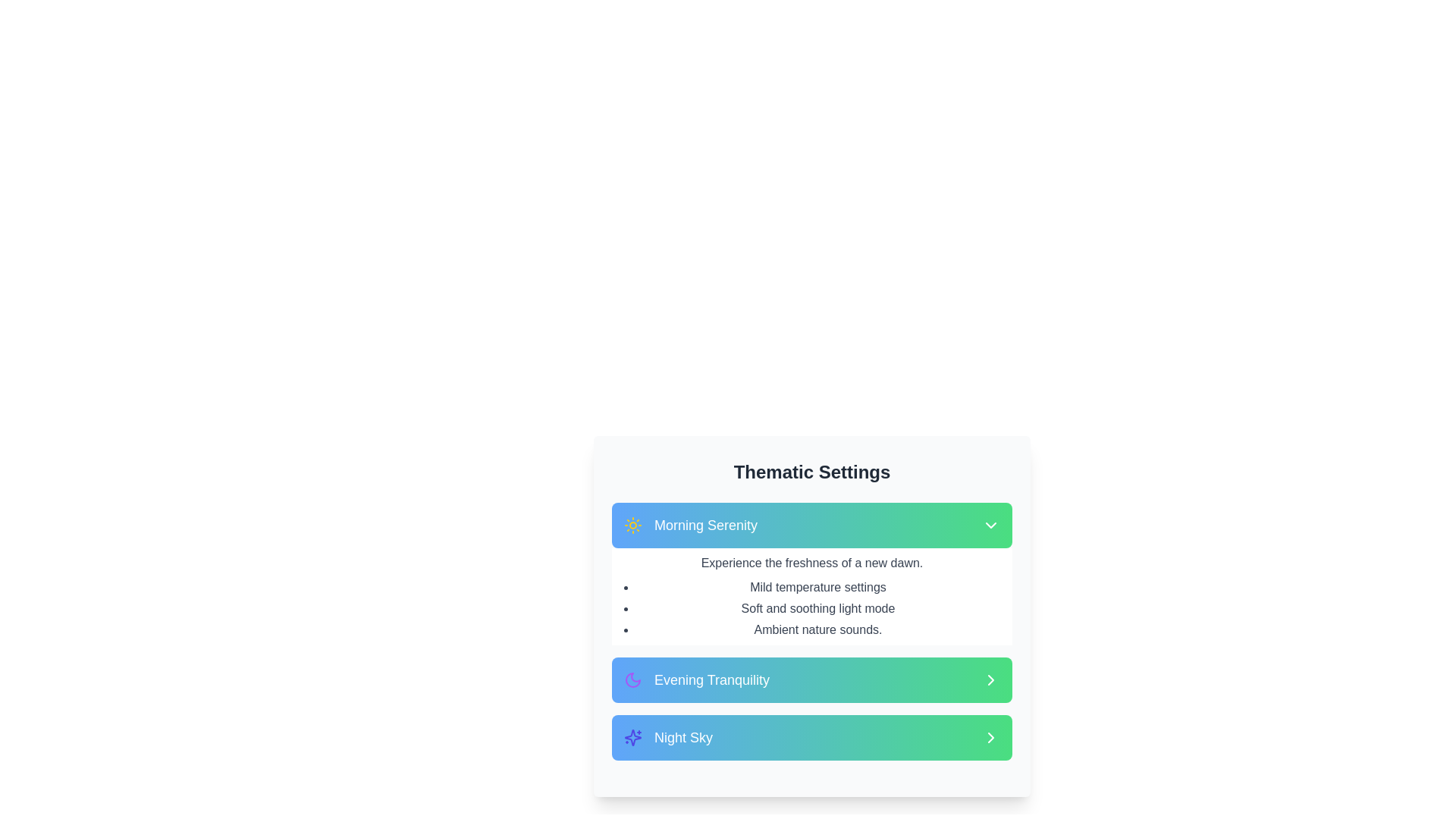 The image size is (1456, 819). What do you see at coordinates (811, 525) in the screenshot?
I see `the 'Morning Serenity' dropdown trigger` at bounding box center [811, 525].